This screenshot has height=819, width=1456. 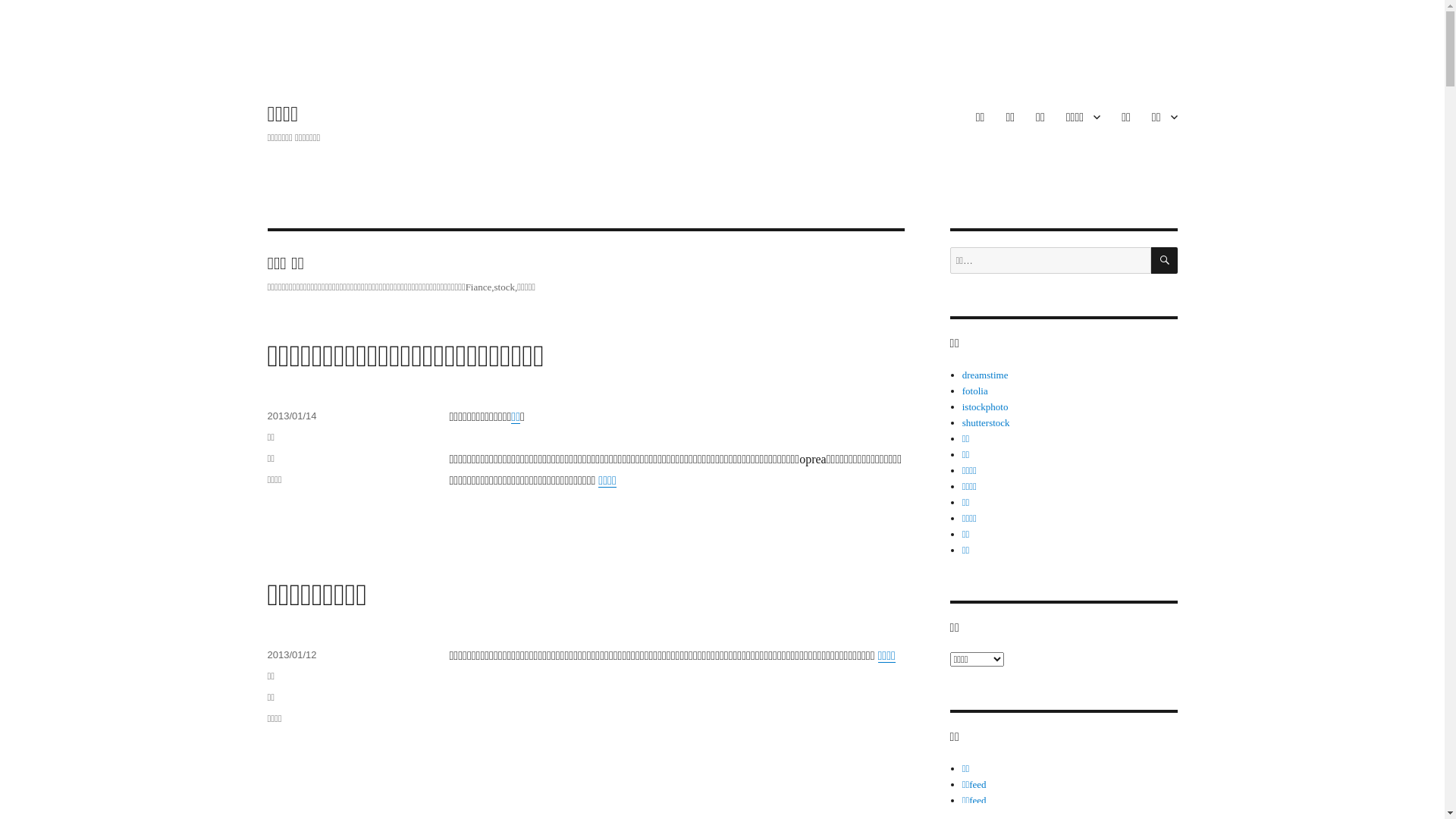 What do you see at coordinates (291, 416) in the screenshot?
I see `'2013/01/14'` at bounding box center [291, 416].